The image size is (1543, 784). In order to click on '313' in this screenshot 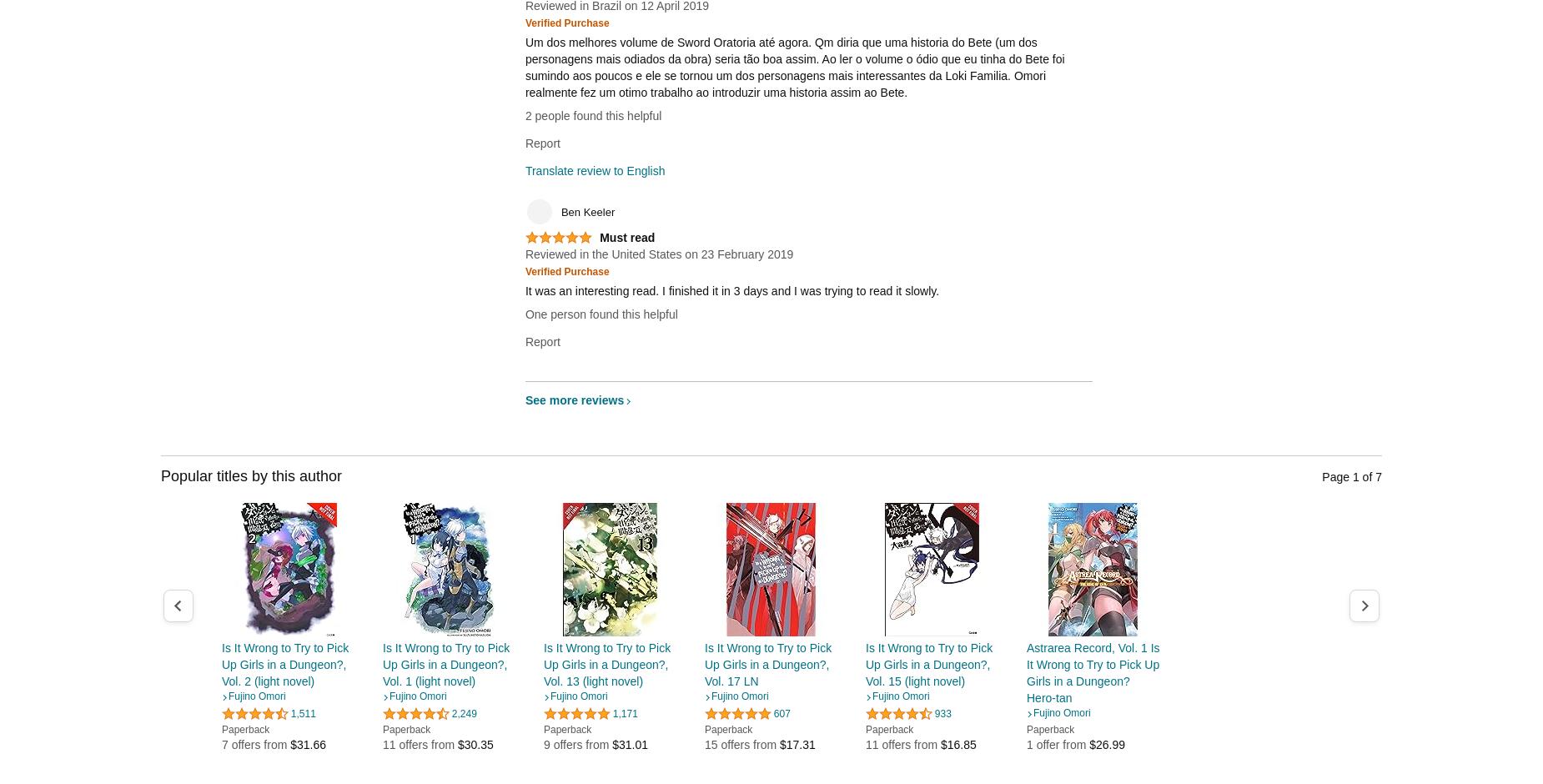, I will do `click(1256, 730)`.